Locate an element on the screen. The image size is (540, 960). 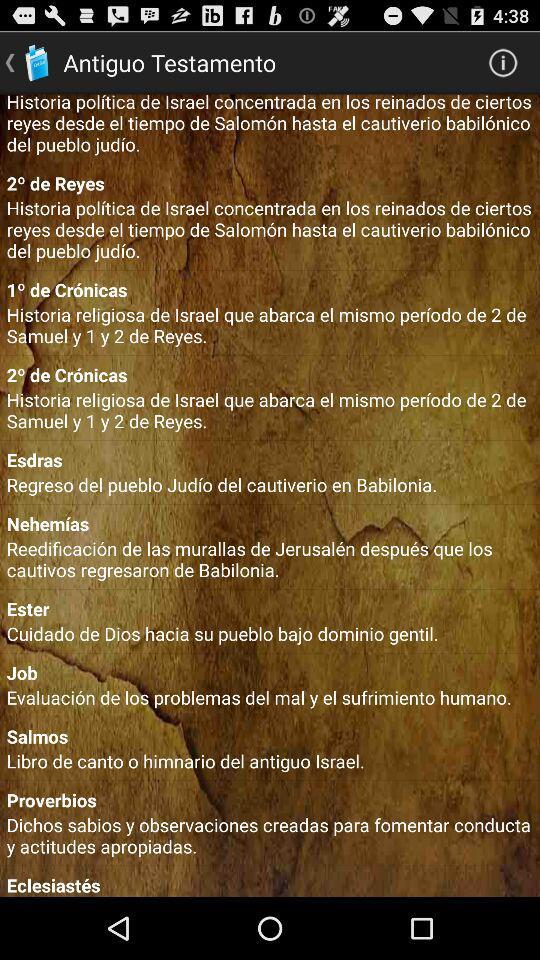
the app below regreso del pueblo is located at coordinates (270, 522).